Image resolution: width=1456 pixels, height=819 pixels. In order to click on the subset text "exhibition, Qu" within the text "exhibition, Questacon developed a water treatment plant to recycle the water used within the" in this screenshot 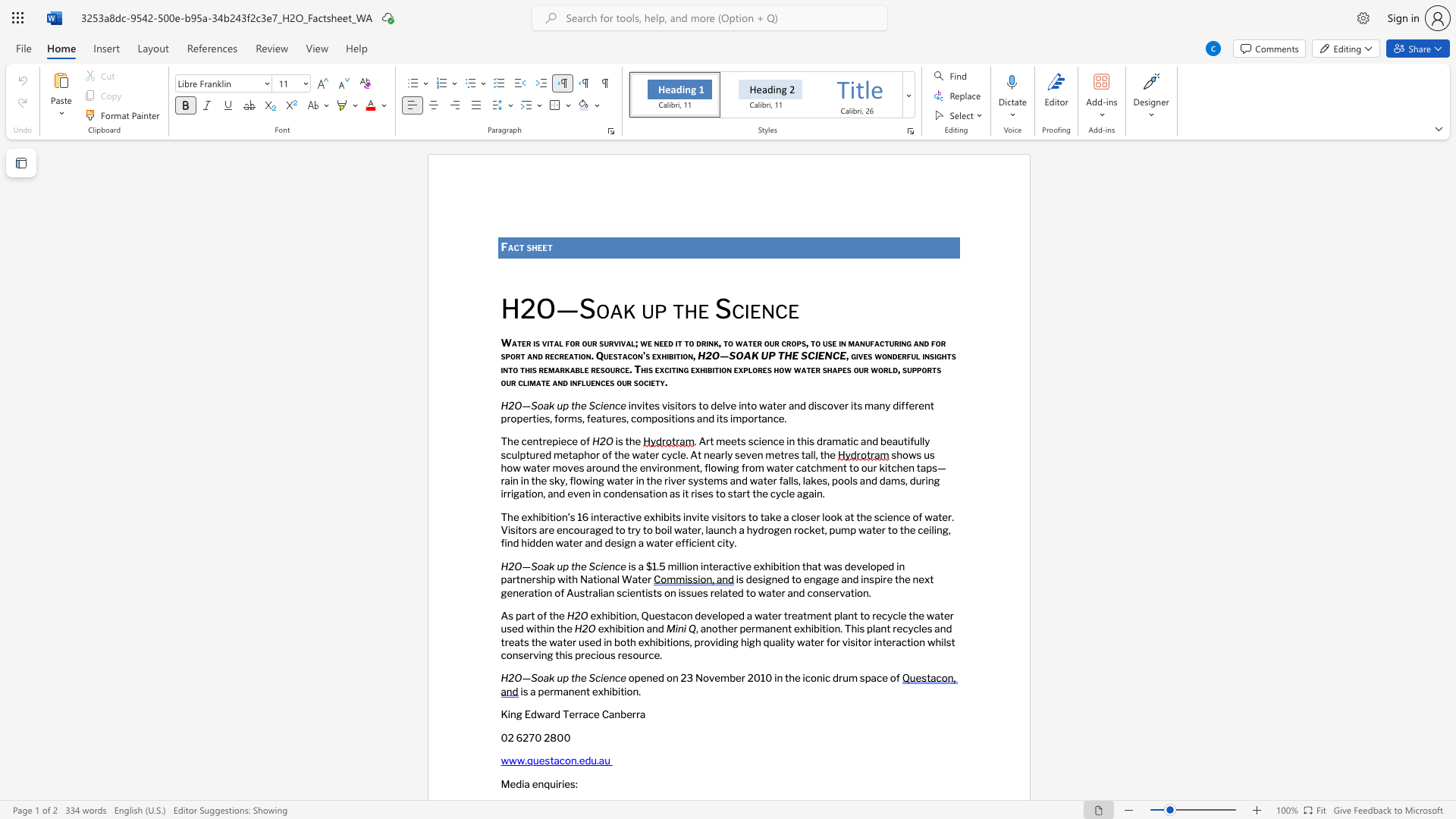, I will do `click(589, 616)`.